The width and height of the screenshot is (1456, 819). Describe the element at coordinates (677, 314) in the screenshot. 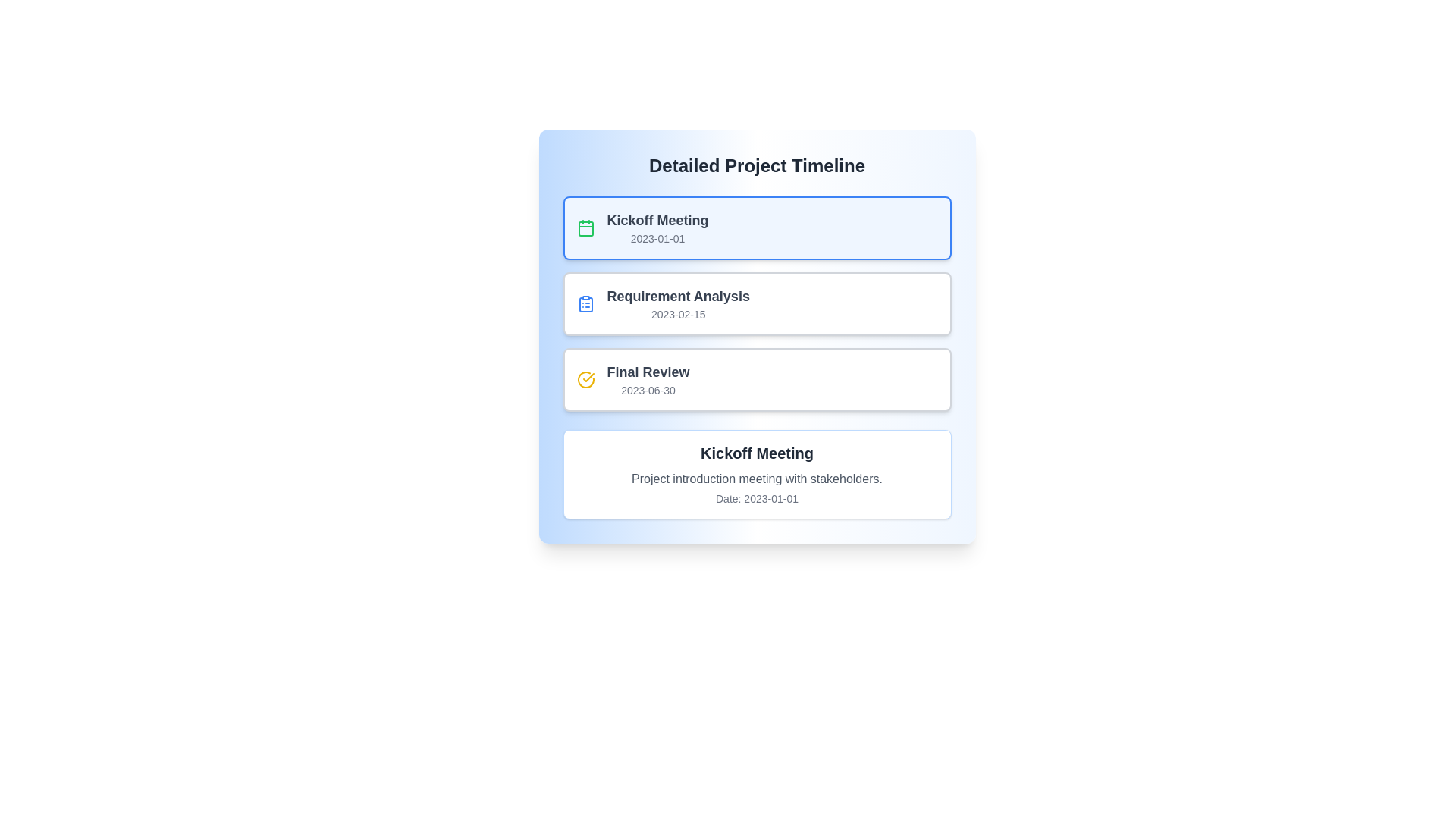

I see `the text display showing the date '2023-02-15', which is located below 'Requirement Analysis' in the timeline layout` at that location.